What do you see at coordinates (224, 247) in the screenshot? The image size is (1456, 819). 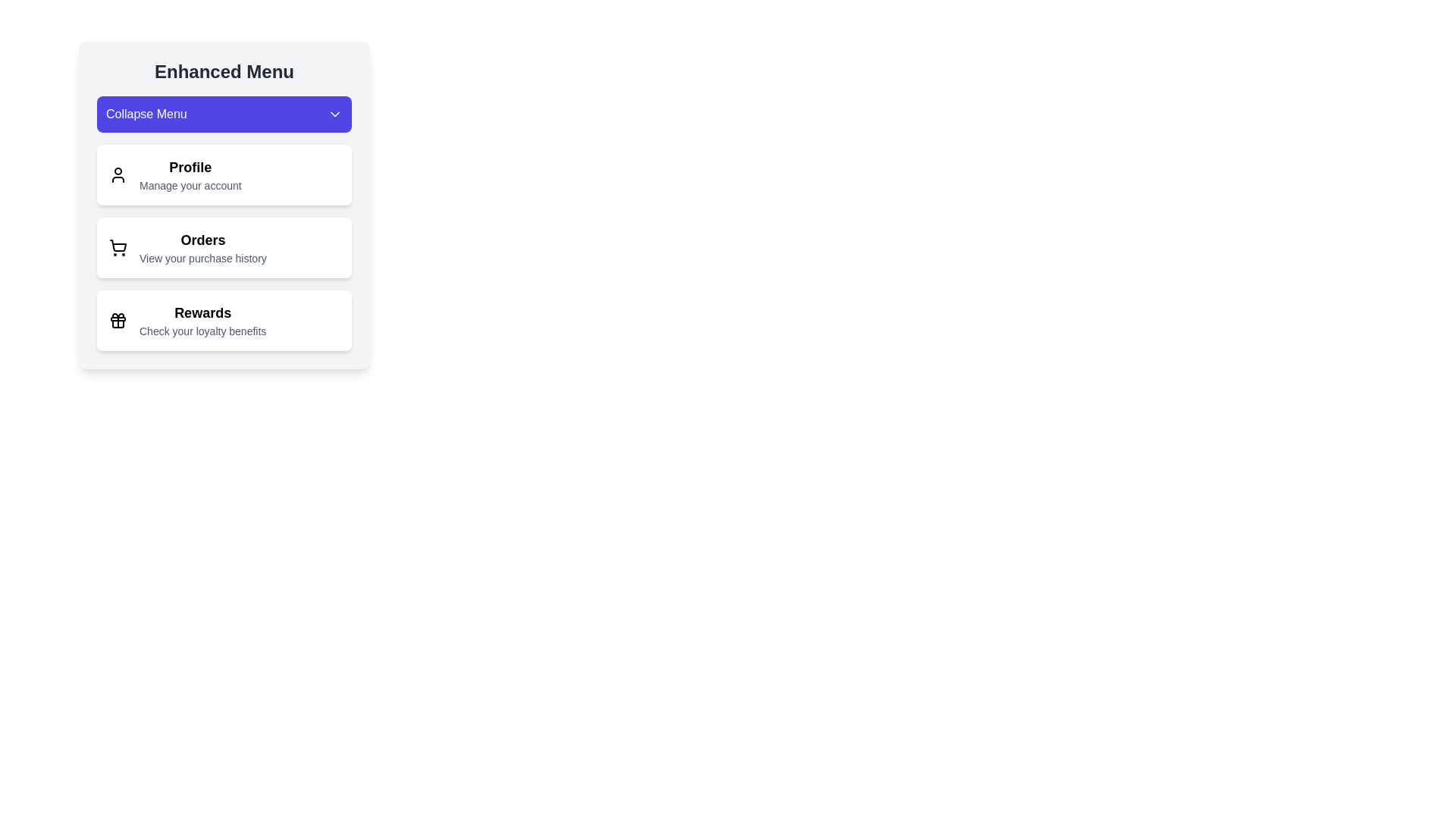 I see `the Menu panel with options that allows navigation for account management, orders history, and rewards` at bounding box center [224, 247].